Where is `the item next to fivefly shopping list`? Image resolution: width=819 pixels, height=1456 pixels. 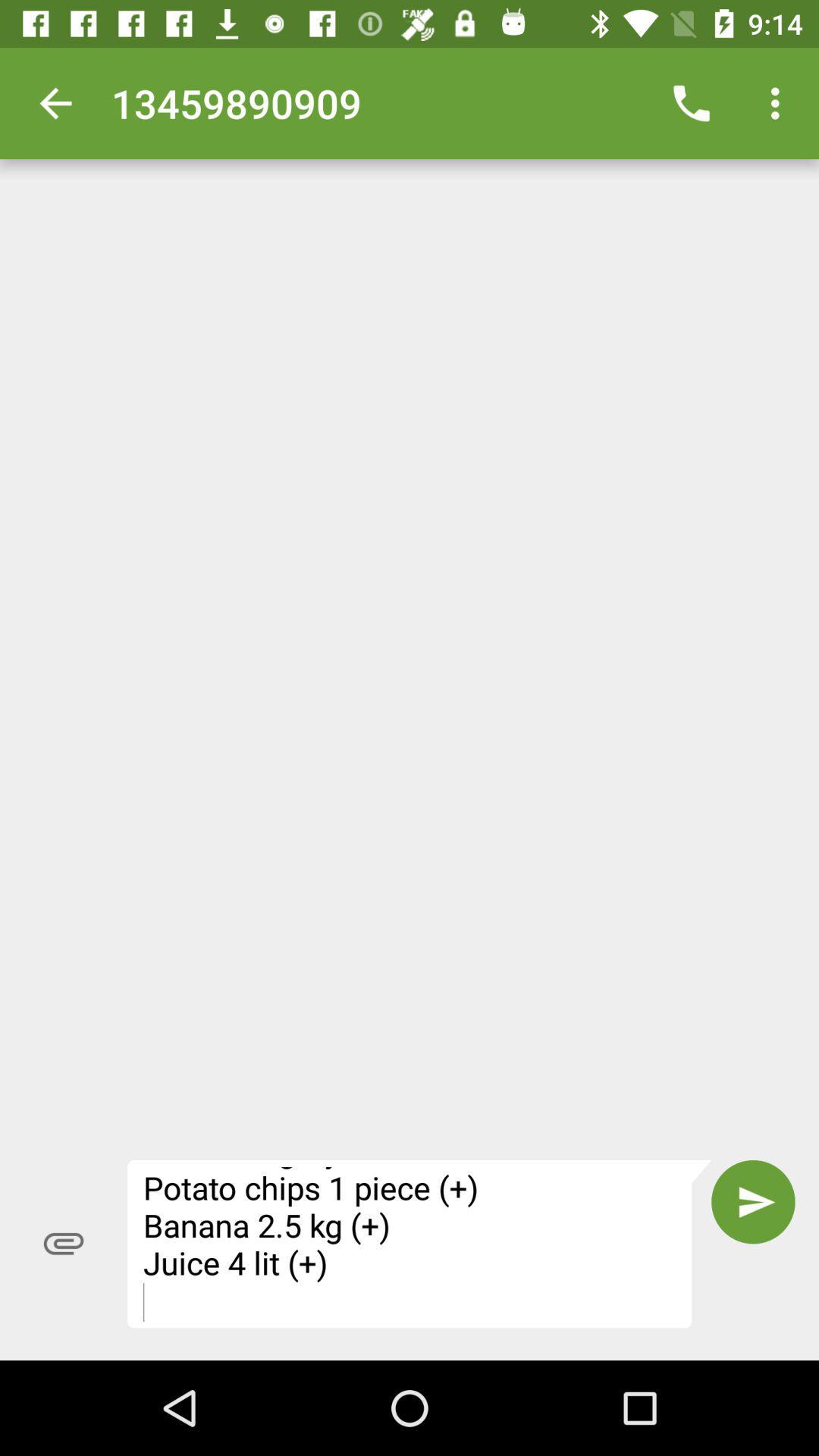 the item next to fivefly shopping list is located at coordinates (753, 1201).